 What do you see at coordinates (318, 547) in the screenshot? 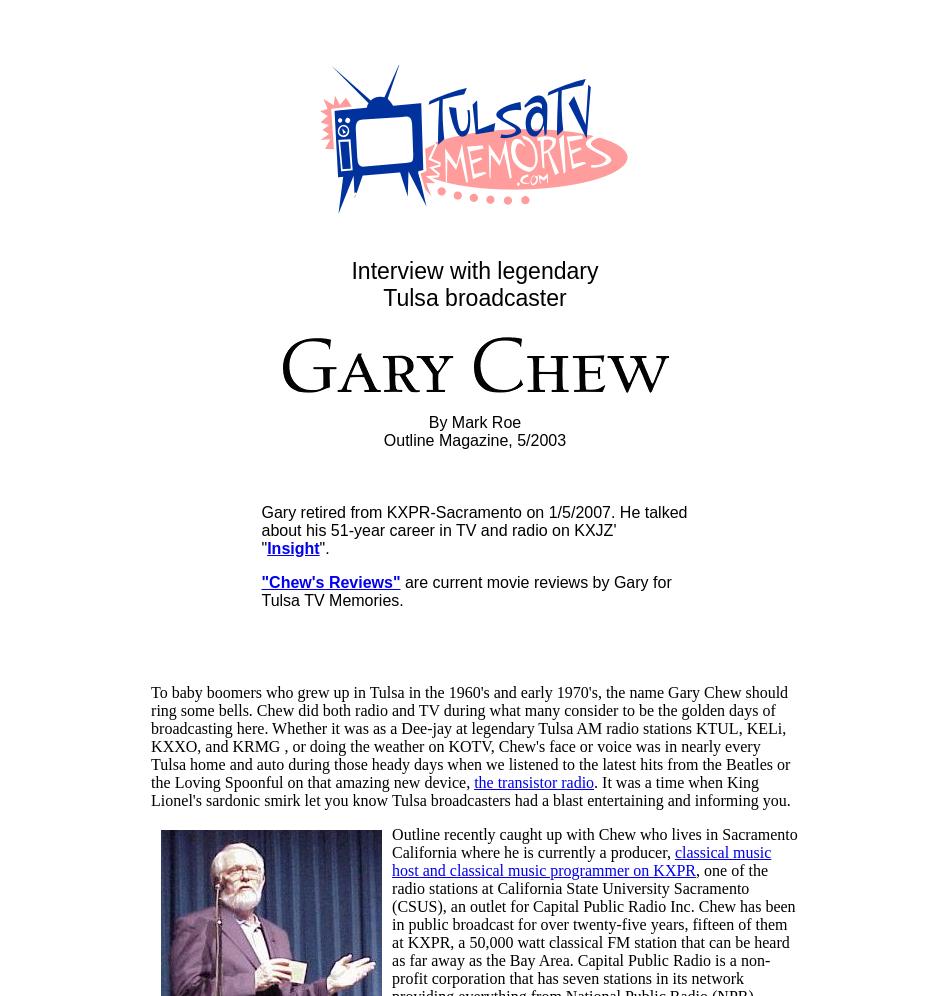
I see `'".'` at bounding box center [318, 547].